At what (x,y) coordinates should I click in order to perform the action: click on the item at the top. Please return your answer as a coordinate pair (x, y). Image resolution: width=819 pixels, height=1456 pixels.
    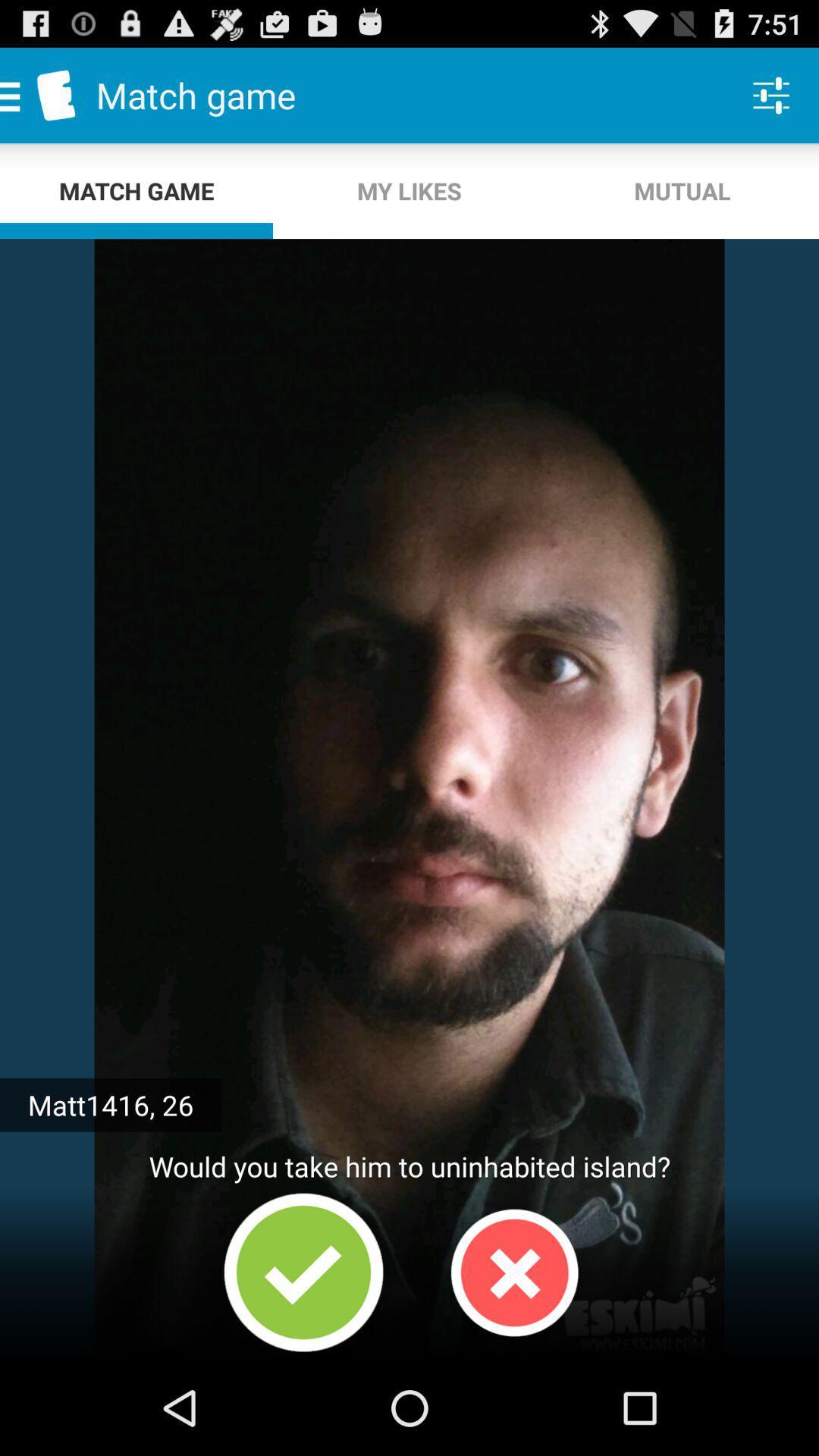
    Looking at the image, I should click on (409, 190).